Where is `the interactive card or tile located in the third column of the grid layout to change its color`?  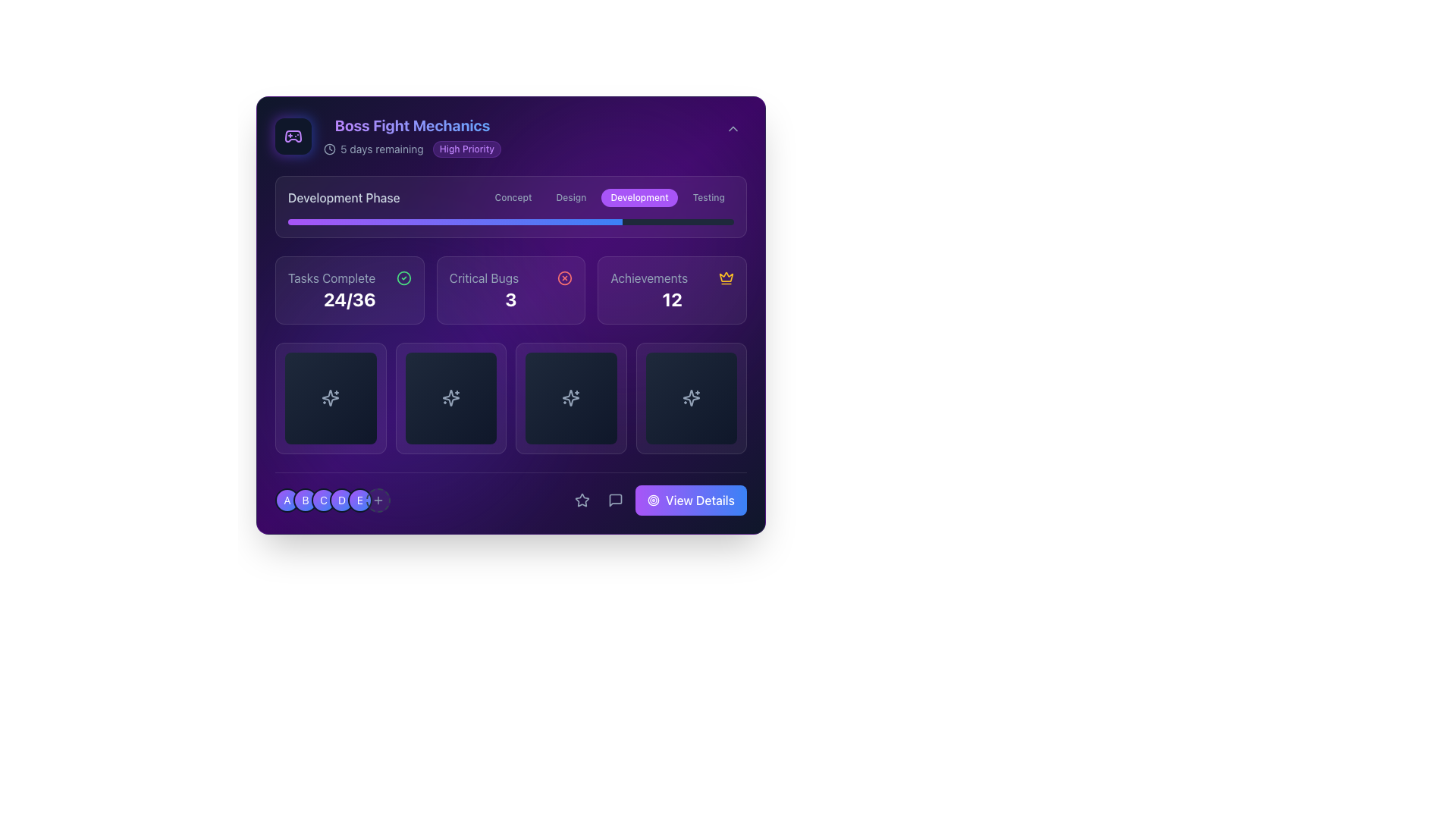
the interactive card or tile located in the third column of the grid layout to change its color is located at coordinates (570, 397).